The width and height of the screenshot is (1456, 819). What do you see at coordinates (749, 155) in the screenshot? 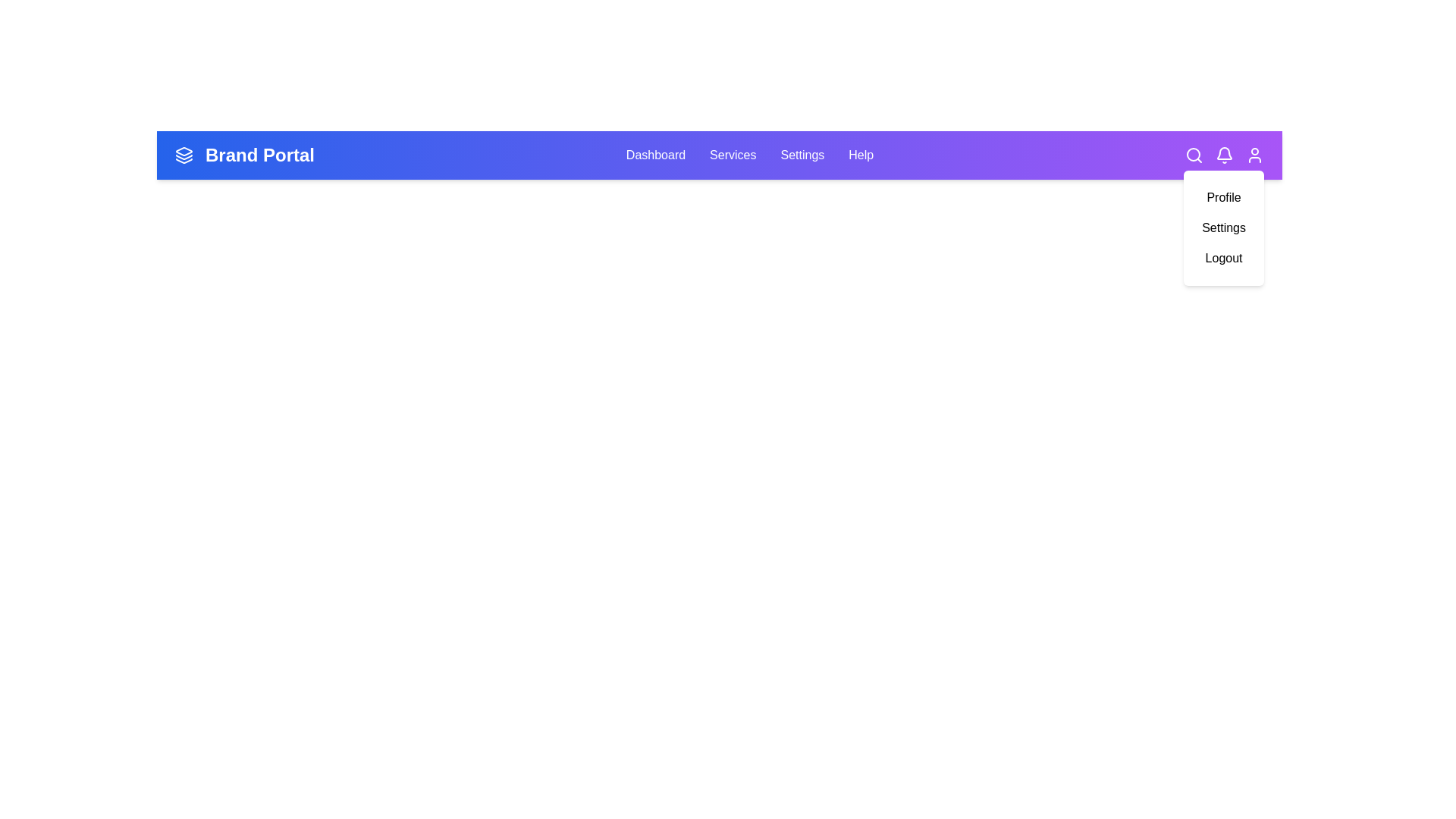
I see `the 'Services' link in the Navigation Menu` at bounding box center [749, 155].